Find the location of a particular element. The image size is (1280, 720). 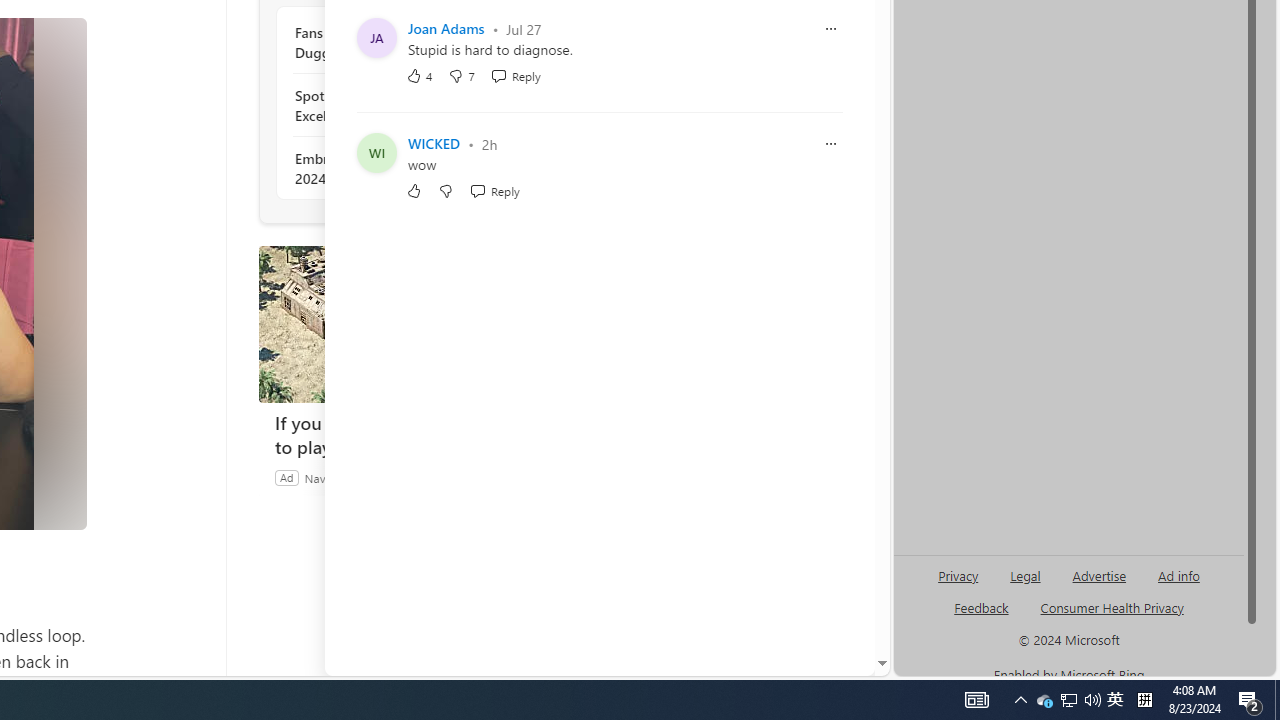

'WICKED' is located at coordinates (433, 143).